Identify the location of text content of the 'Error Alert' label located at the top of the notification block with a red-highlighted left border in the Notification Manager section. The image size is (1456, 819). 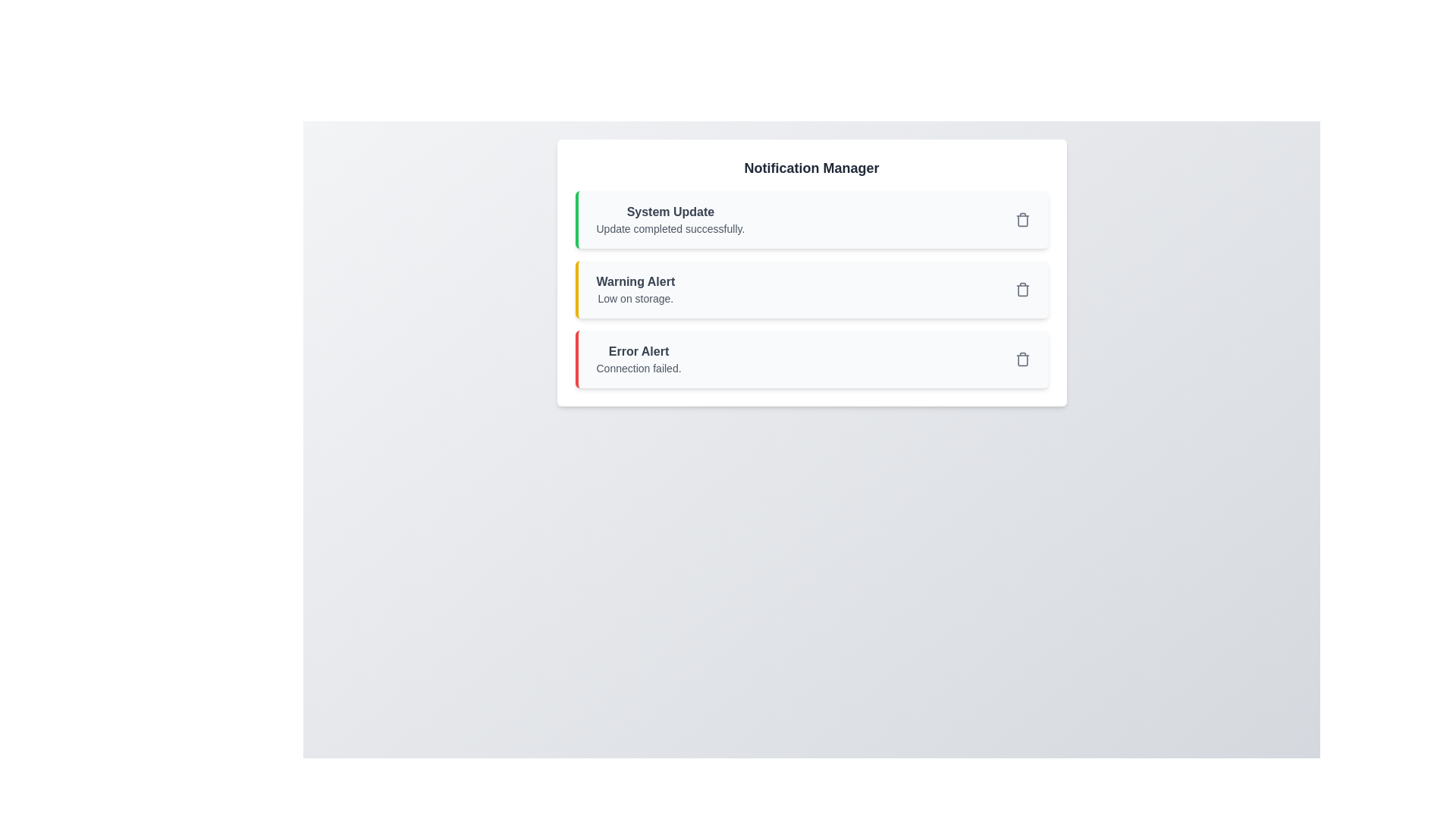
(639, 351).